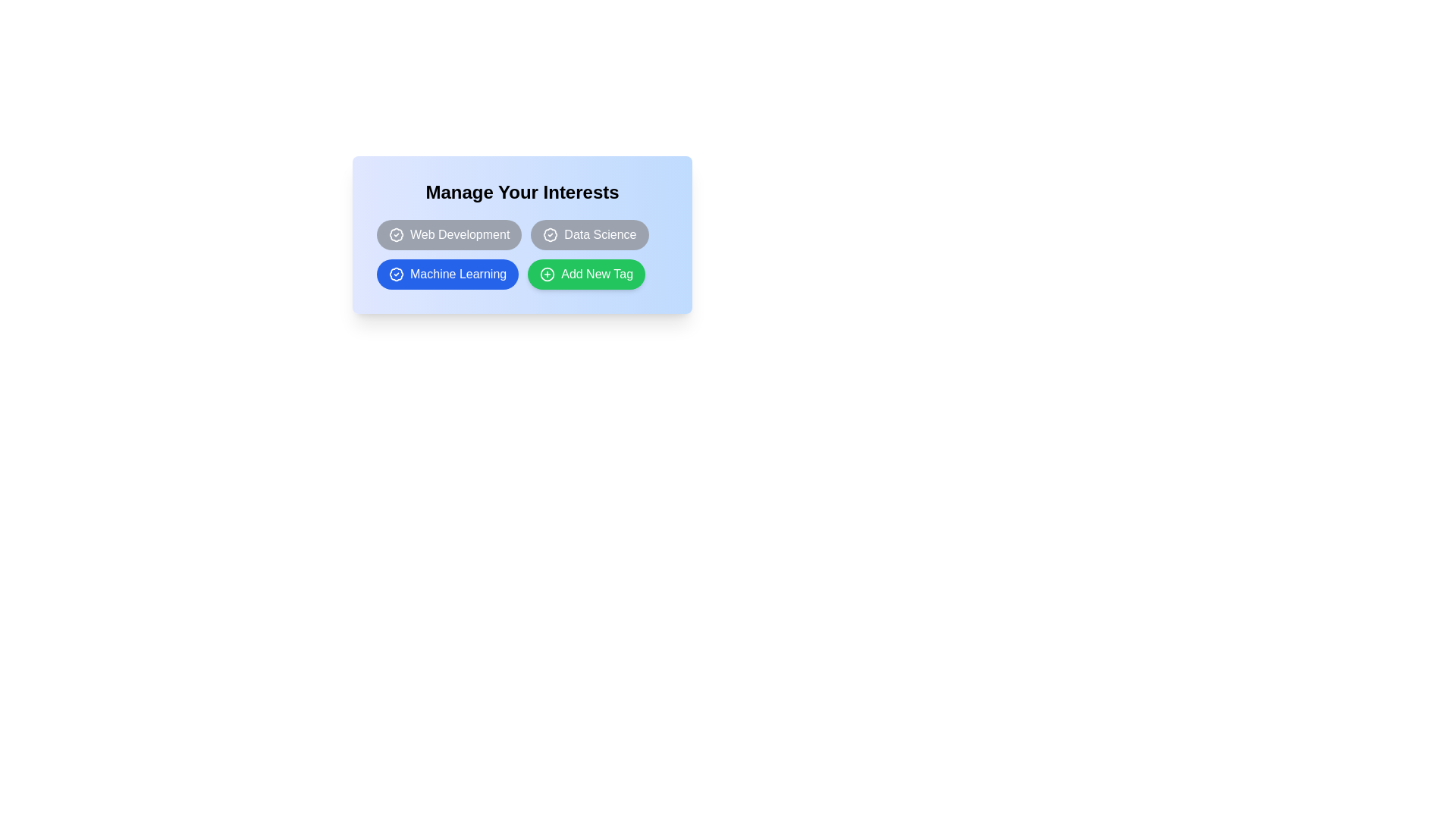  I want to click on the 'Add New Tag' button to add a new tag to the list, so click(585, 275).